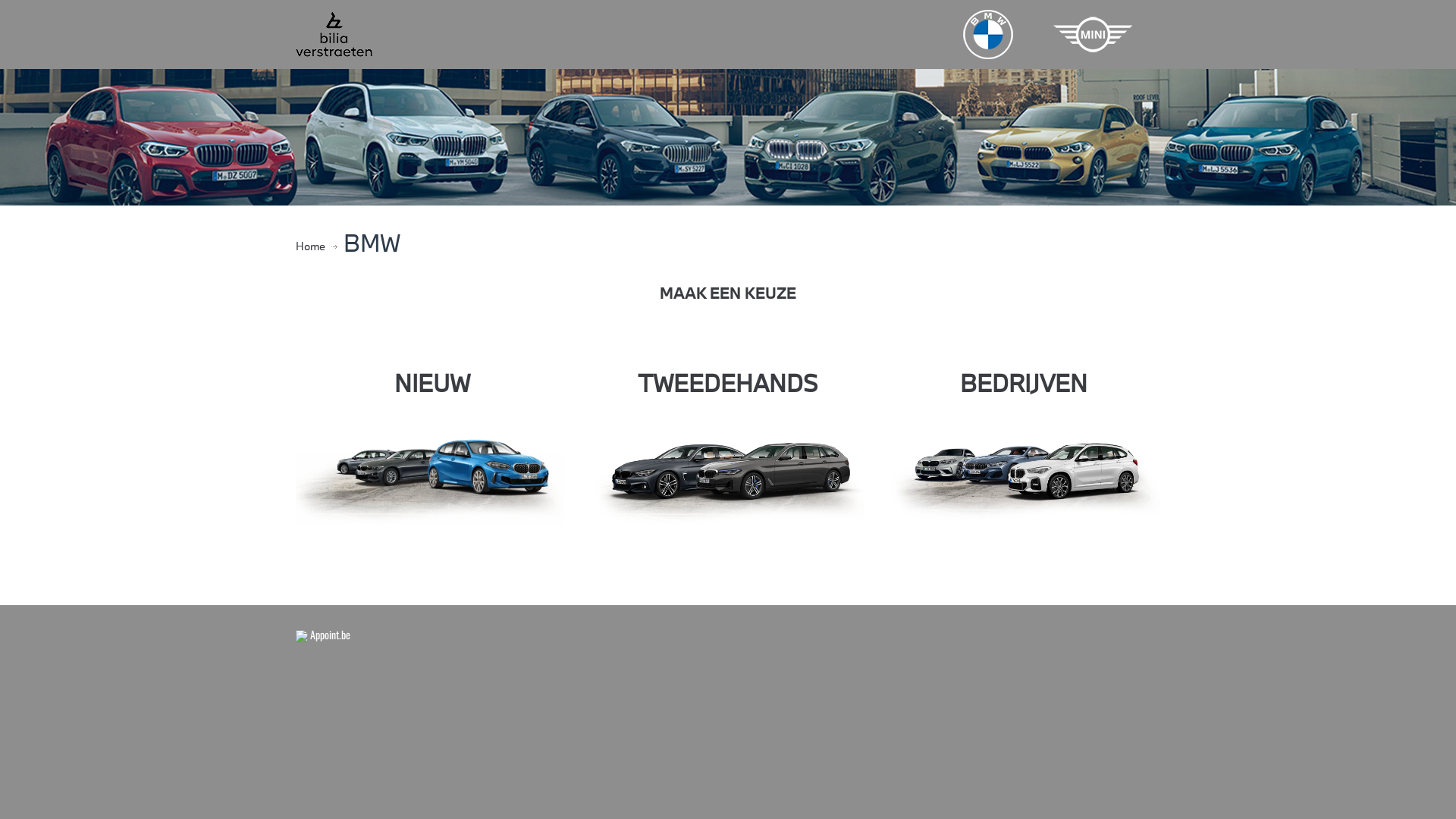 This screenshot has height=819, width=1456. I want to click on 'used', so click(728, 467).